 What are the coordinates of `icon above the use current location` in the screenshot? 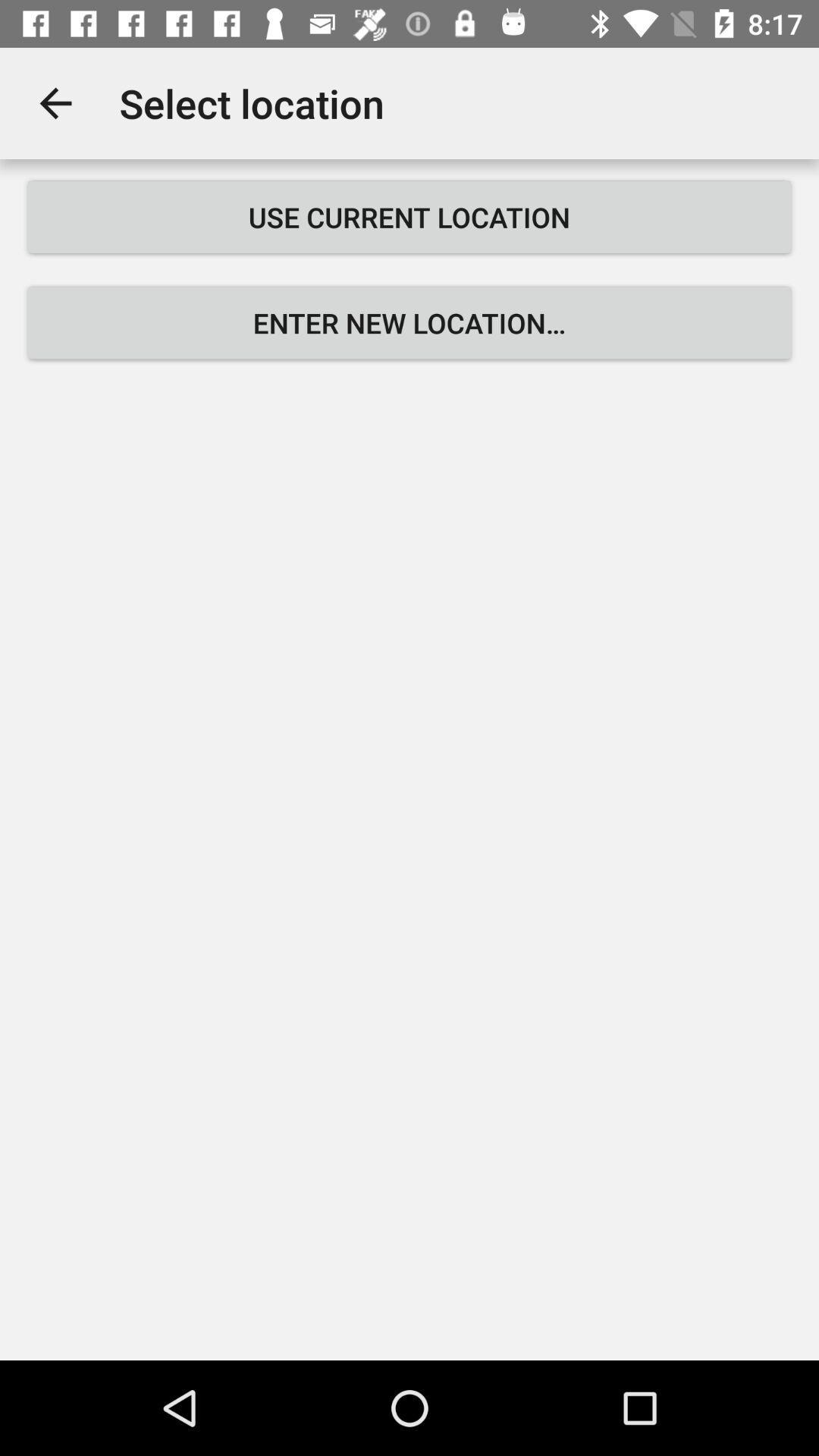 It's located at (55, 102).